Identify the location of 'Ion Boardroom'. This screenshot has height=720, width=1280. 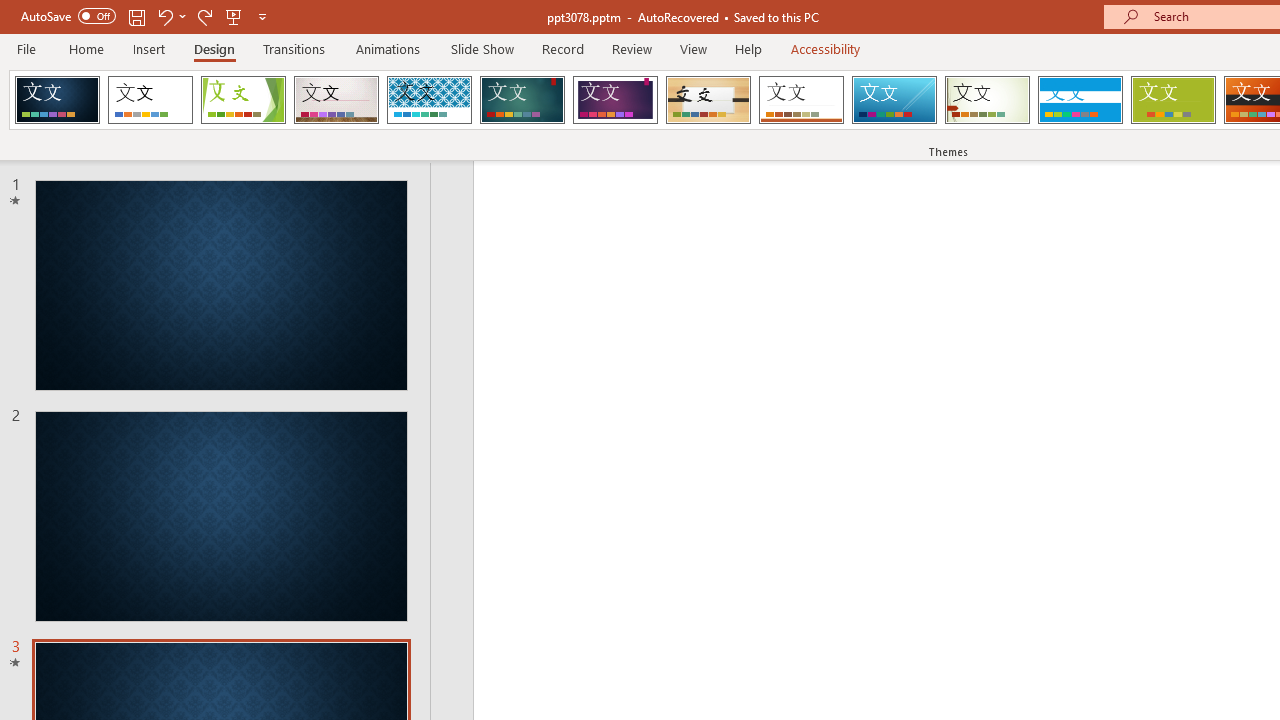
(614, 100).